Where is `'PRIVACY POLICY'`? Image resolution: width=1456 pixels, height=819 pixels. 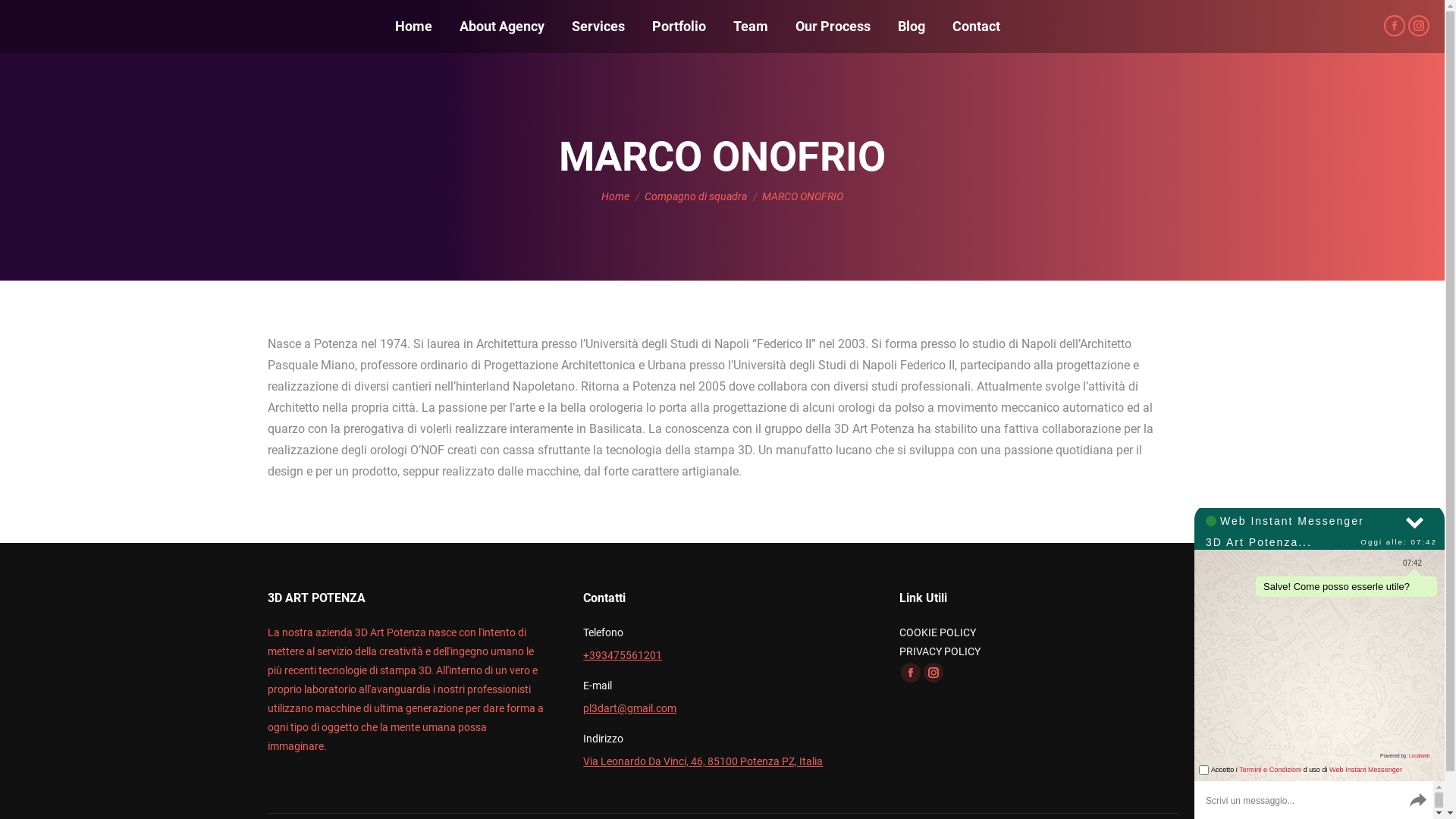 'PRIVACY POLICY' is located at coordinates (939, 651).